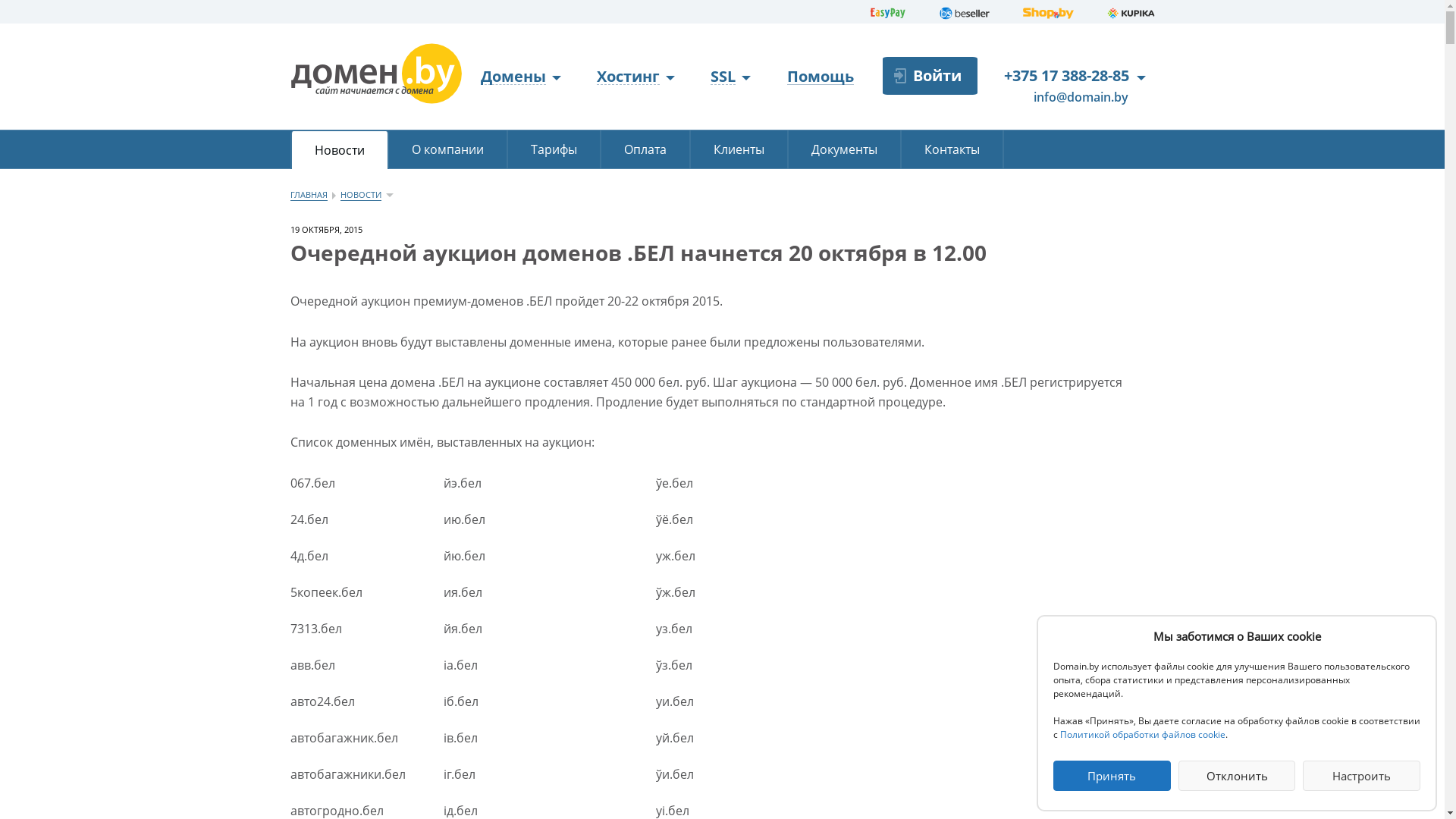 The image size is (1456, 819). Describe the element at coordinates (730, 76) in the screenshot. I see `'SSL'` at that location.